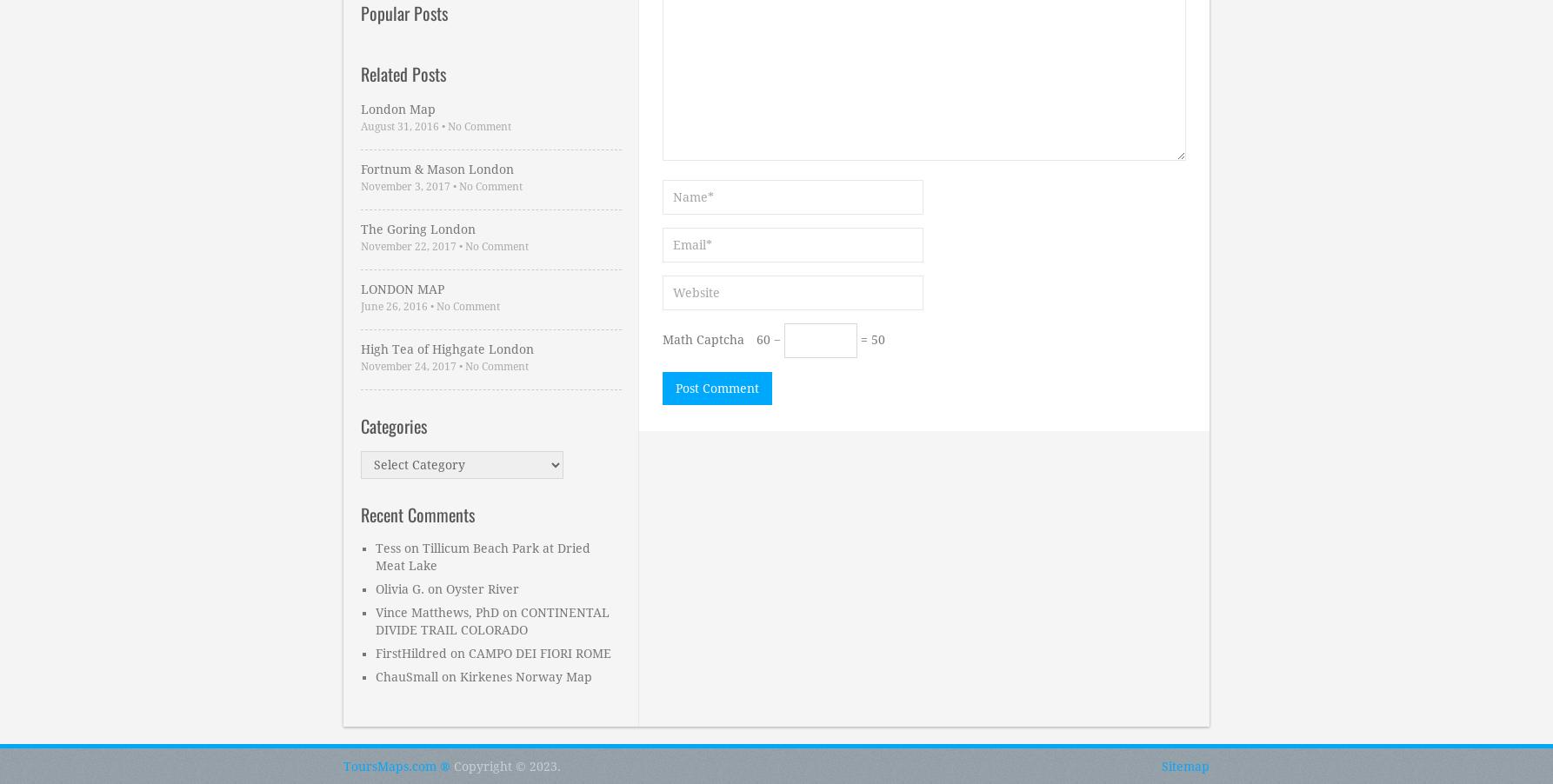 The image size is (1553, 784). I want to click on '60 −', so click(769, 339).